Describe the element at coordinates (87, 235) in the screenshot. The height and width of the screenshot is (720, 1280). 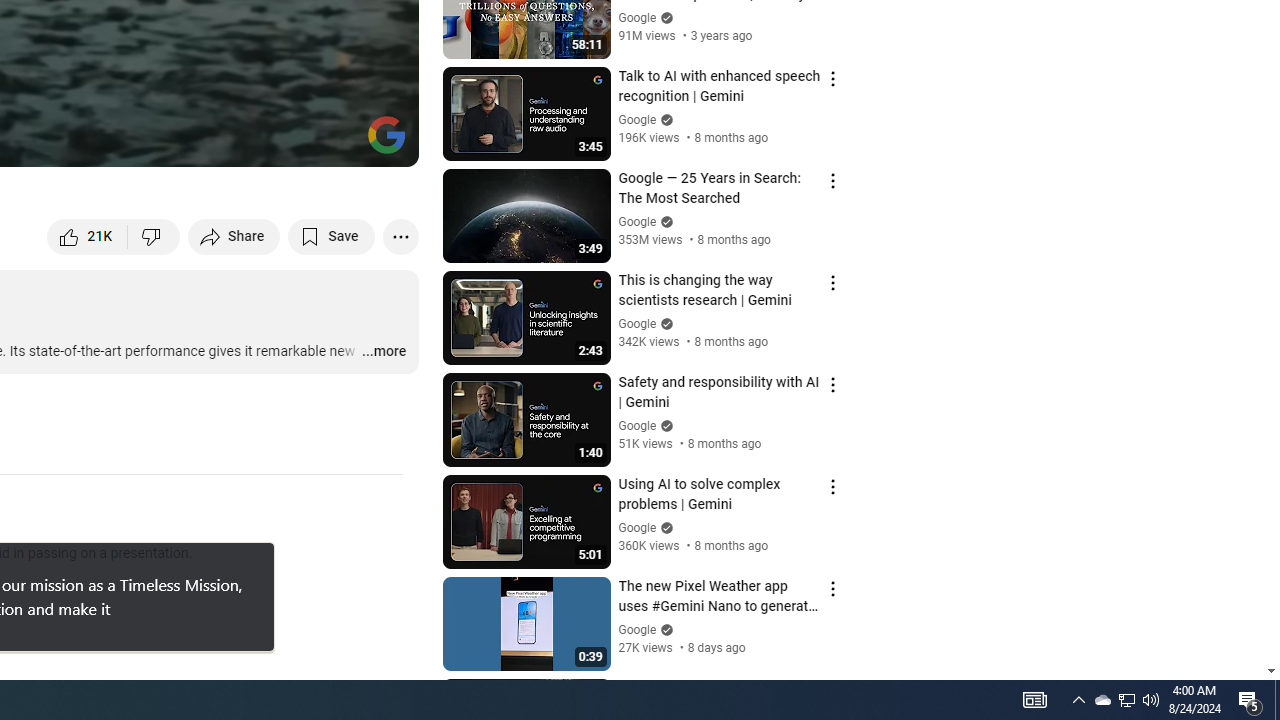
I see `'like this video along with 21,118 other people'` at that location.